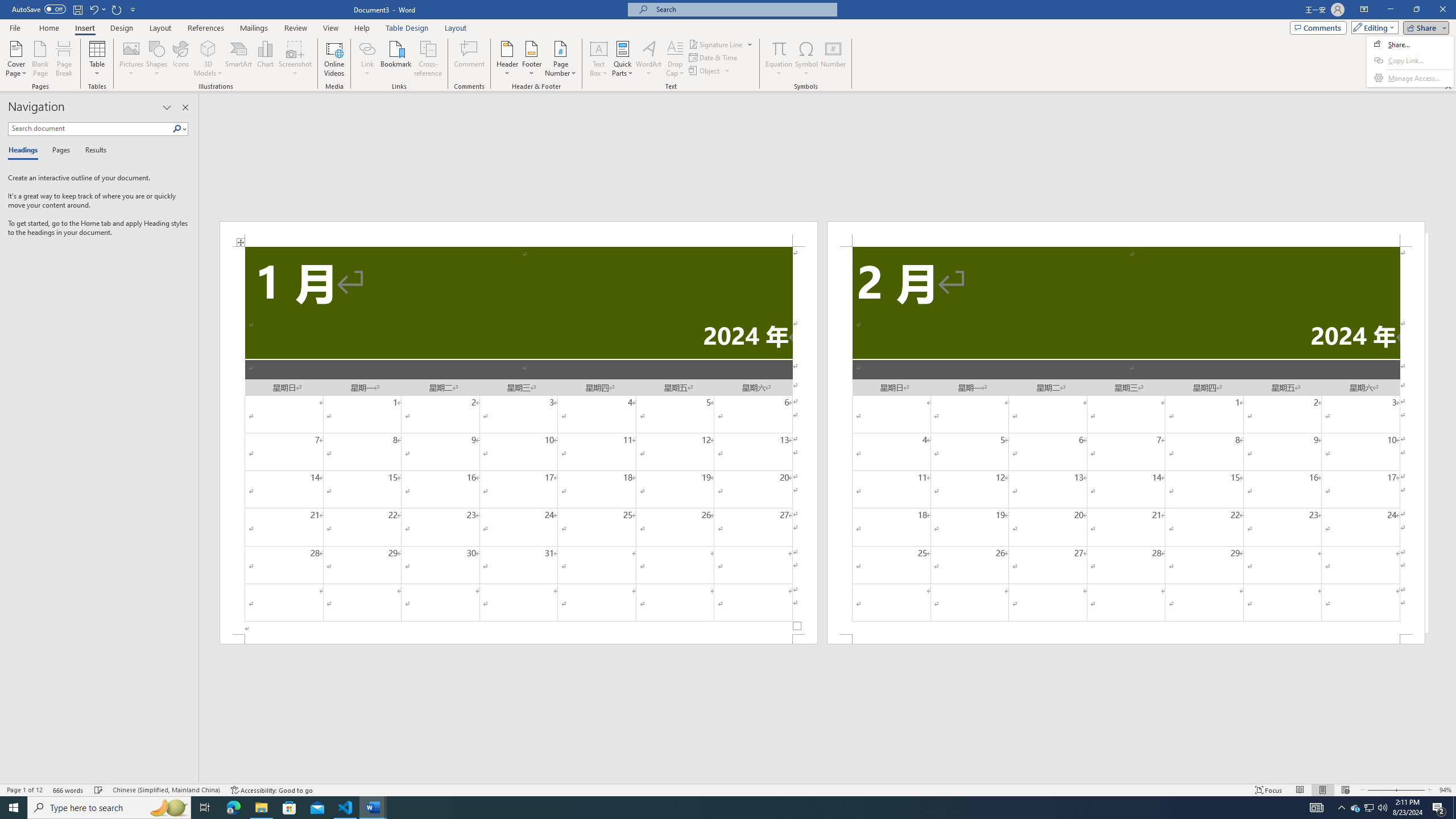 This screenshot has width=1456, height=819. I want to click on 'Online Videos...', so click(334, 59).